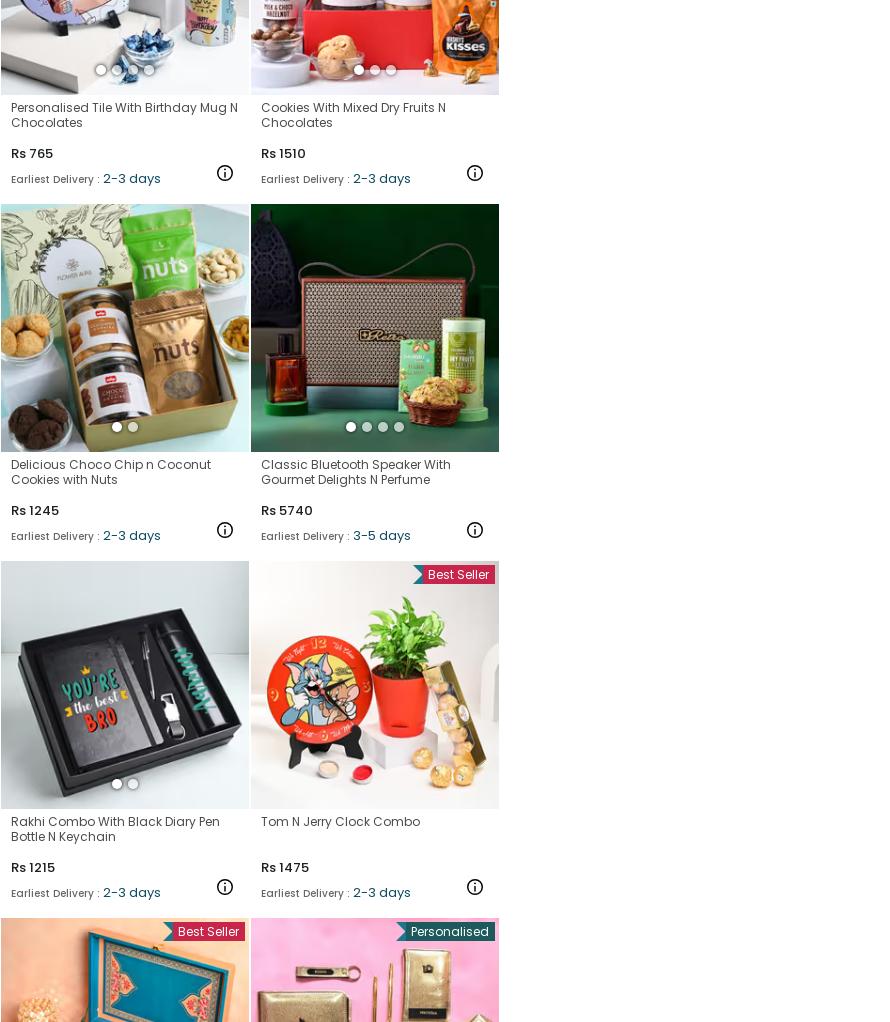 Image resolution: width=890 pixels, height=1022 pixels. Describe the element at coordinates (352, 533) in the screenshot. I see `'3-5 days'` at that location.